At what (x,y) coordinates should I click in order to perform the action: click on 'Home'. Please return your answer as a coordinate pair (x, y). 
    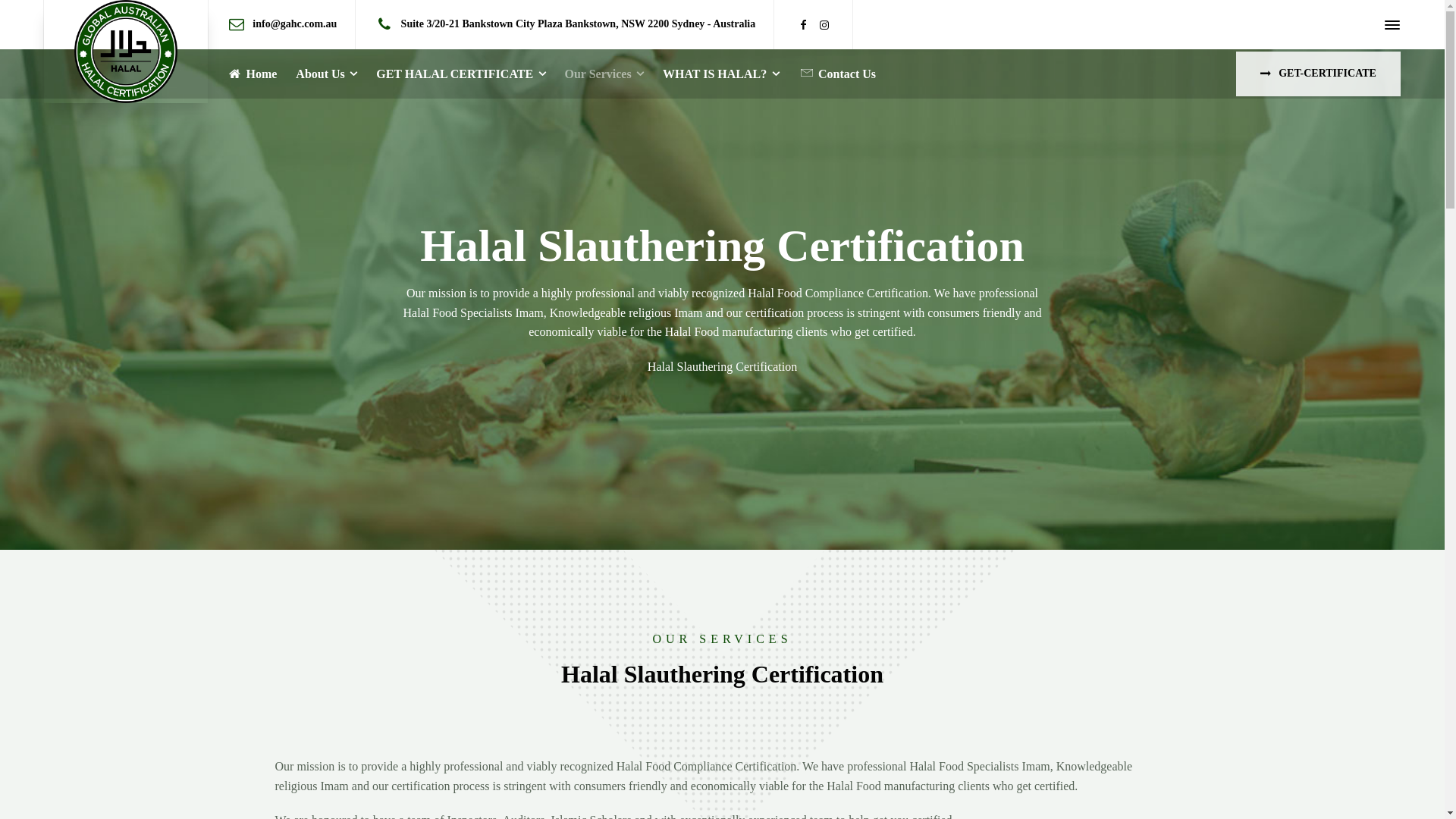
    Looking at the image, I should click on (251, 74).